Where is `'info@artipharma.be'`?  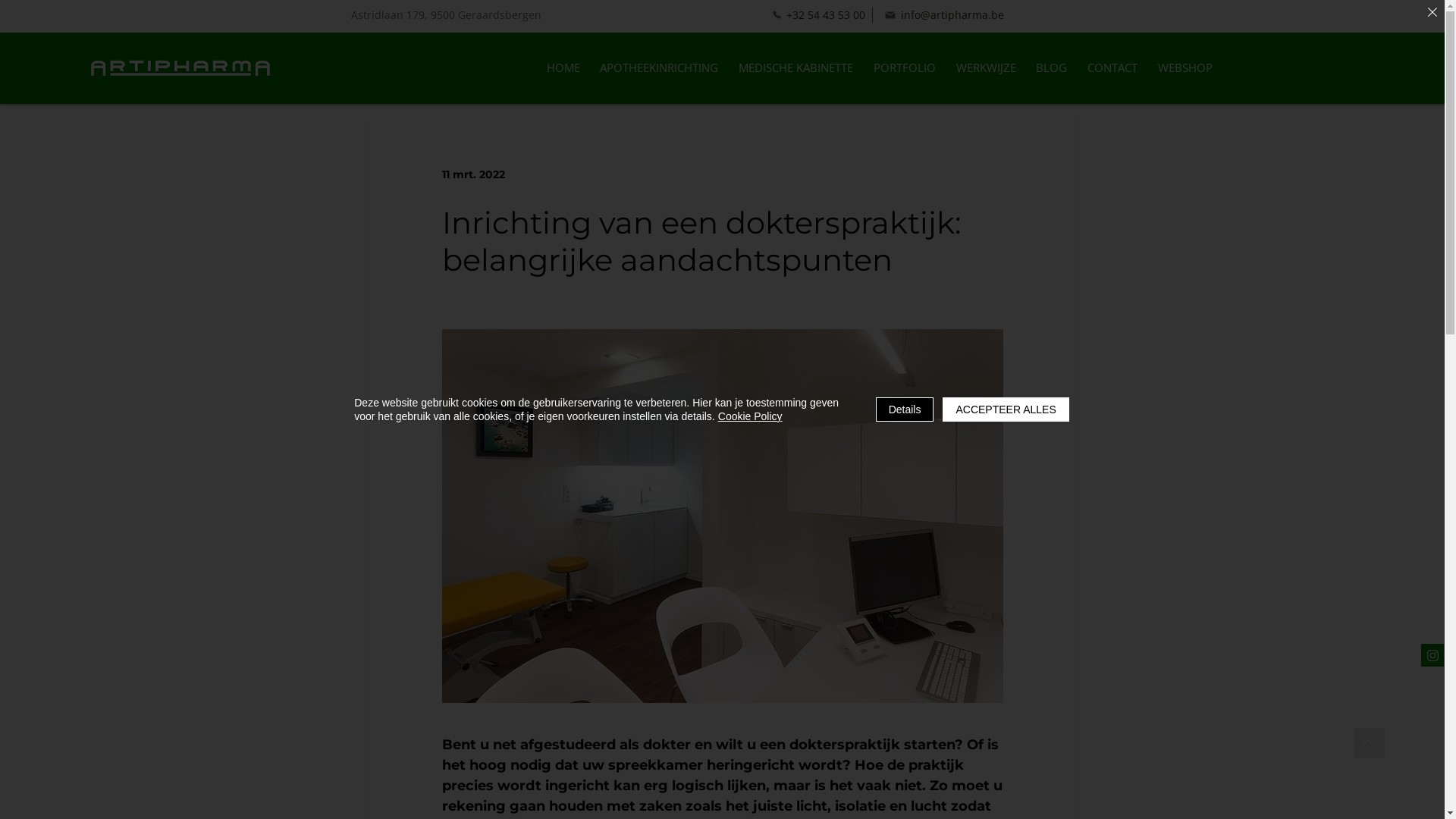 'info@artipharma.be' is located at coordinates (943, 14).